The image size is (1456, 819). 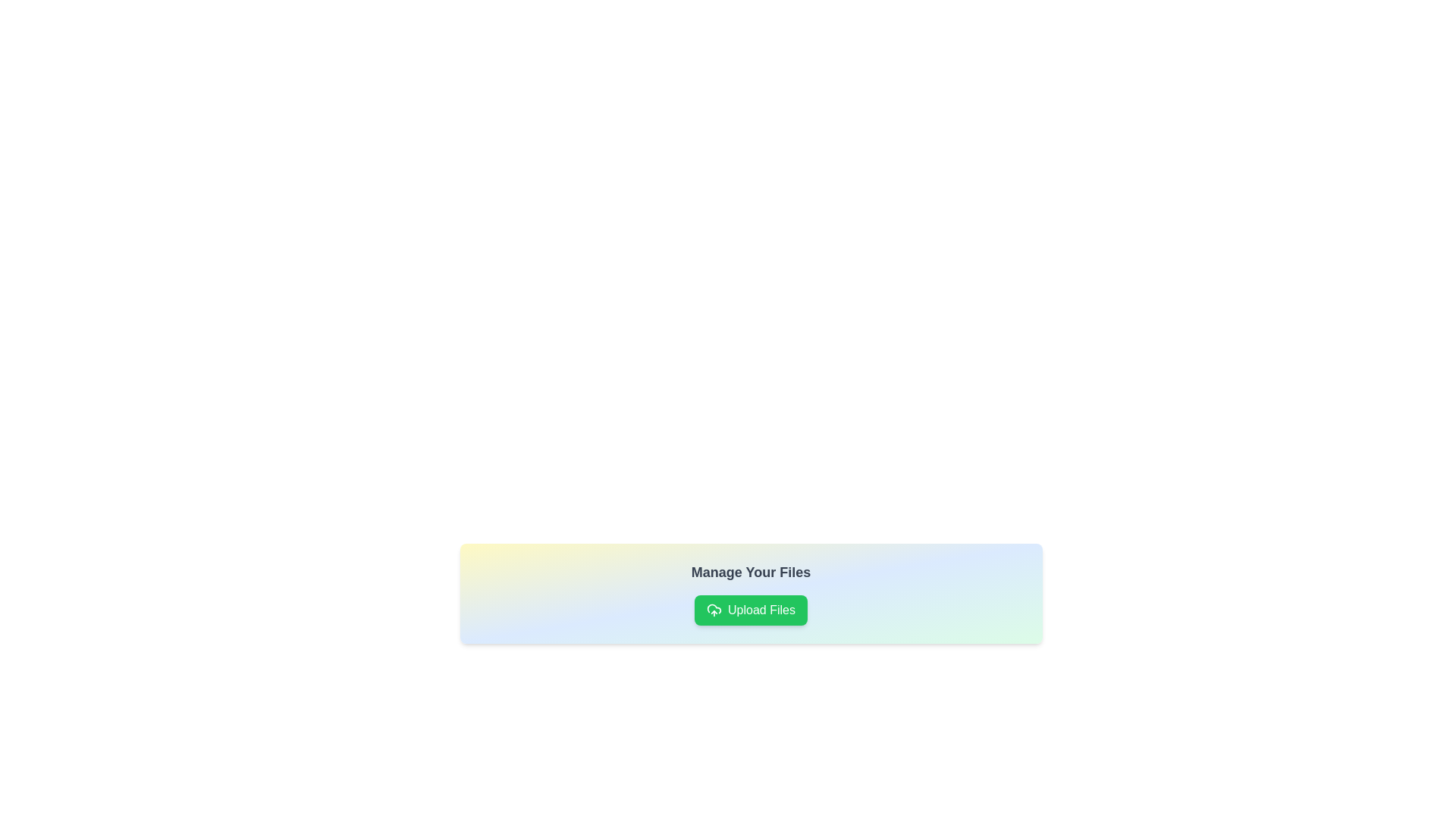 What do you see at coordinates (751, 610) in the screenshot?
I see `the bright green 'Upload Files' button with rounded corners` at bounding box center [751, 610].